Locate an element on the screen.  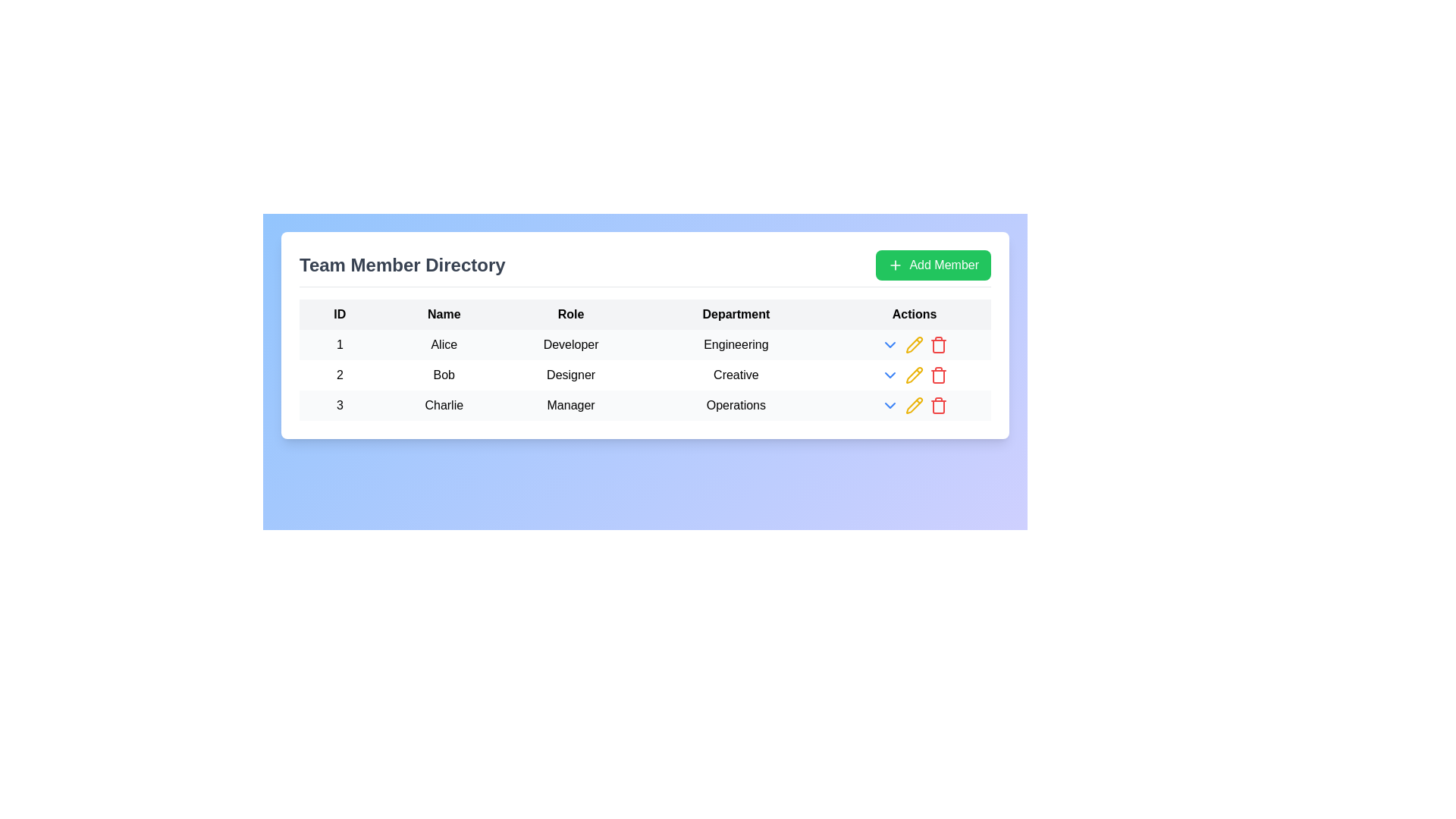
or highlight the first row in the table that displays the details of a team member is located at coordinates (645, 345).